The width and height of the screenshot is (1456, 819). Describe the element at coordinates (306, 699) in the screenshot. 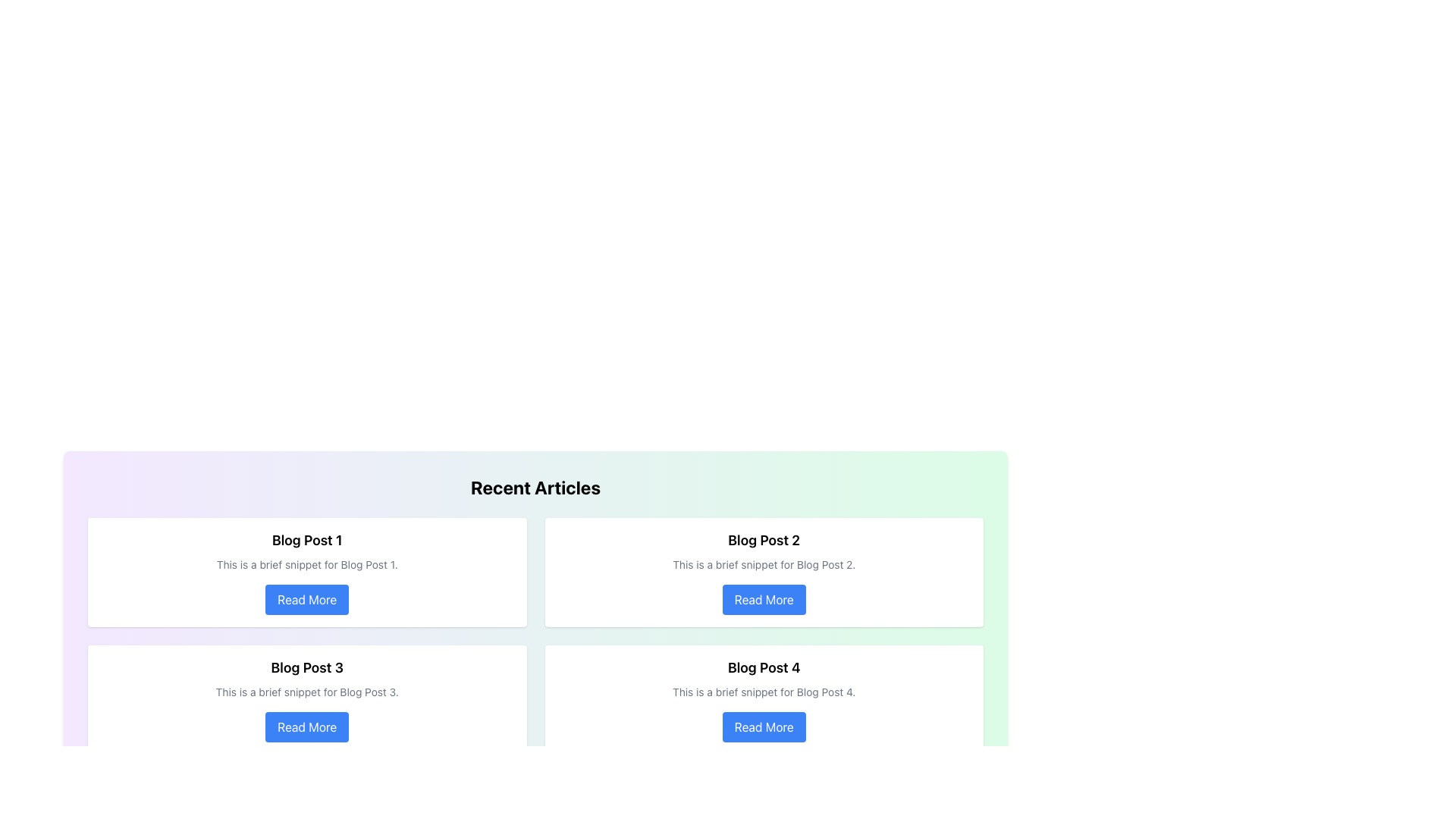

I see `the content card that represents the blog post overview, located in the first column of the second row, below the 'Blog Post 1' card` at that location.